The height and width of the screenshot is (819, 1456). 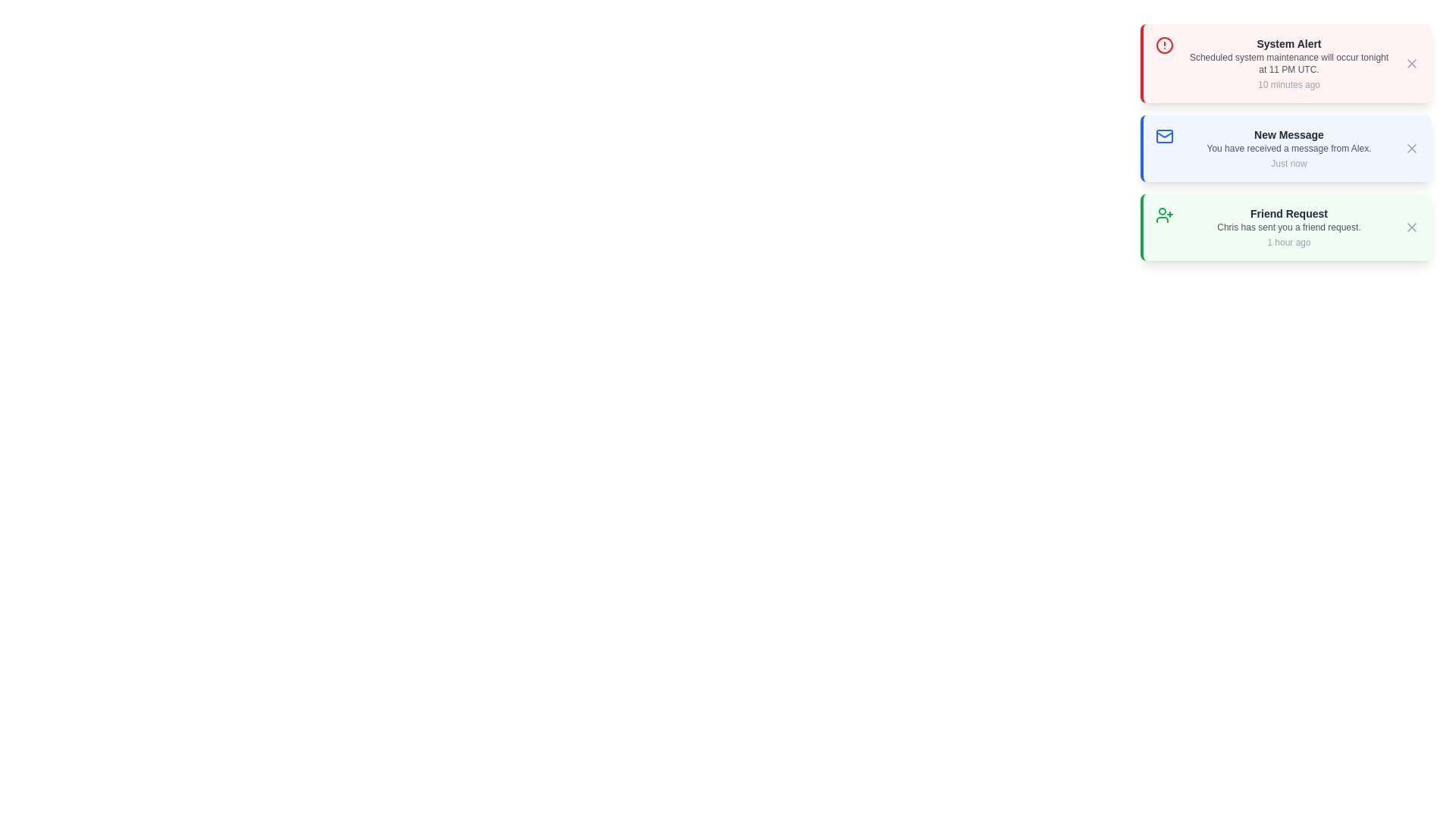 I want to click on the 'X' icon button located at the upper-right section of the green 'Friend Request' notification card, so click(x=1411, y=227).